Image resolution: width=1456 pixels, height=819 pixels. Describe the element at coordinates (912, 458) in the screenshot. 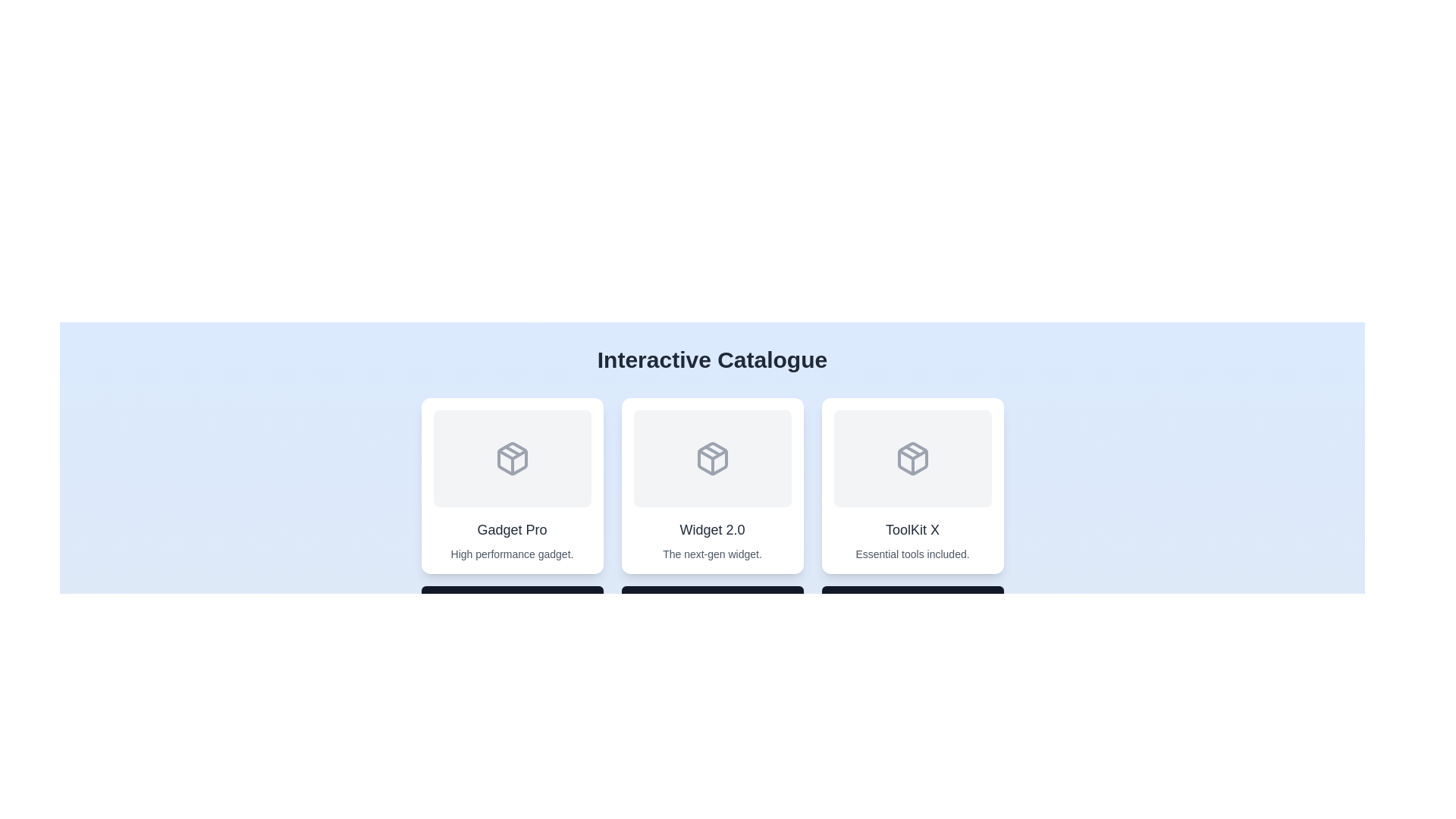

I see `the graphical representation or icon within the 'ToolKit X' card, which is the third card in a horizontal row of similar cards` at that location.